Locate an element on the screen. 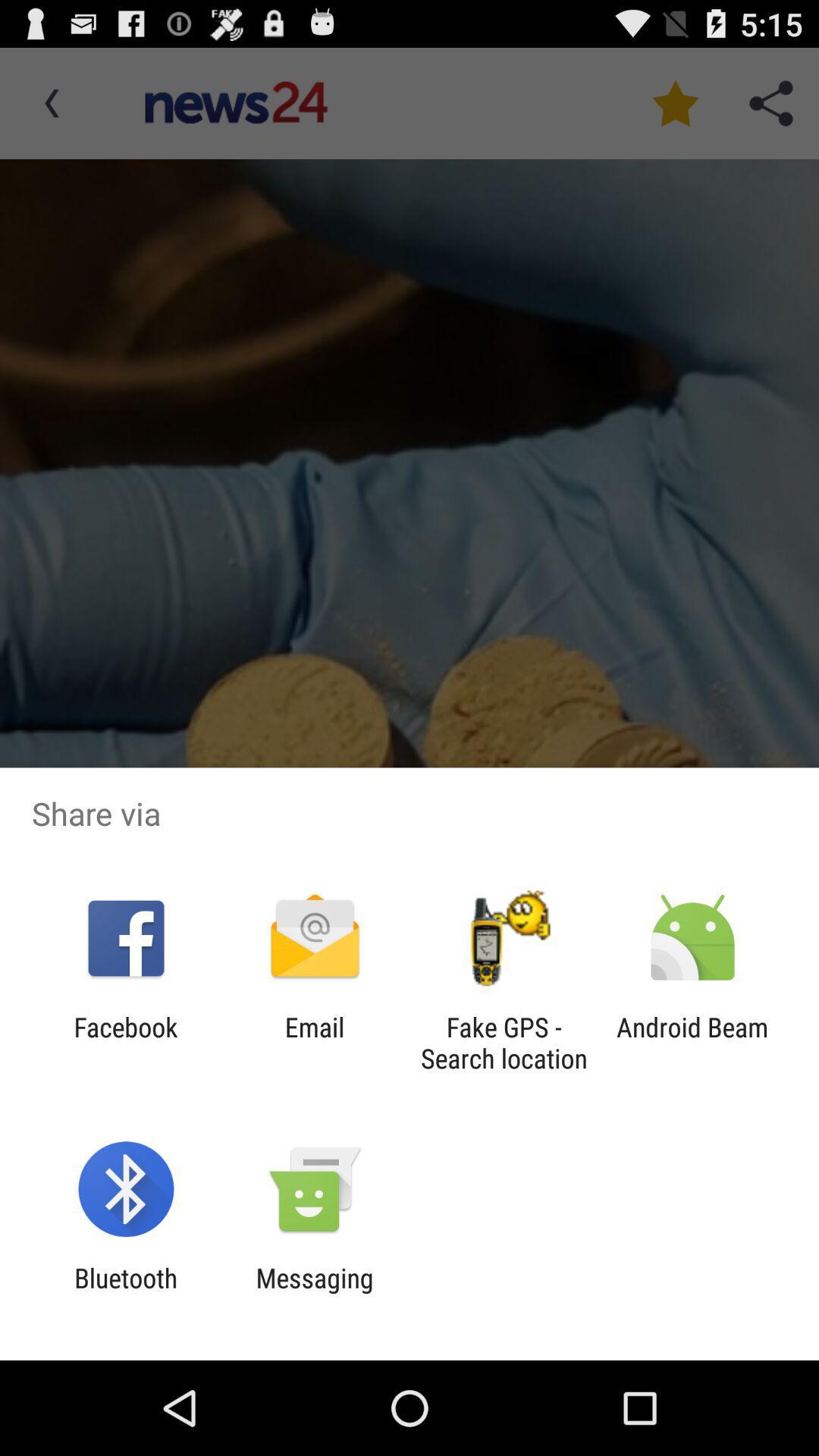 The width and height of the screenshot is (819, 1456). the android beam at the bottom right corner is located at coordinates (692, 1042).